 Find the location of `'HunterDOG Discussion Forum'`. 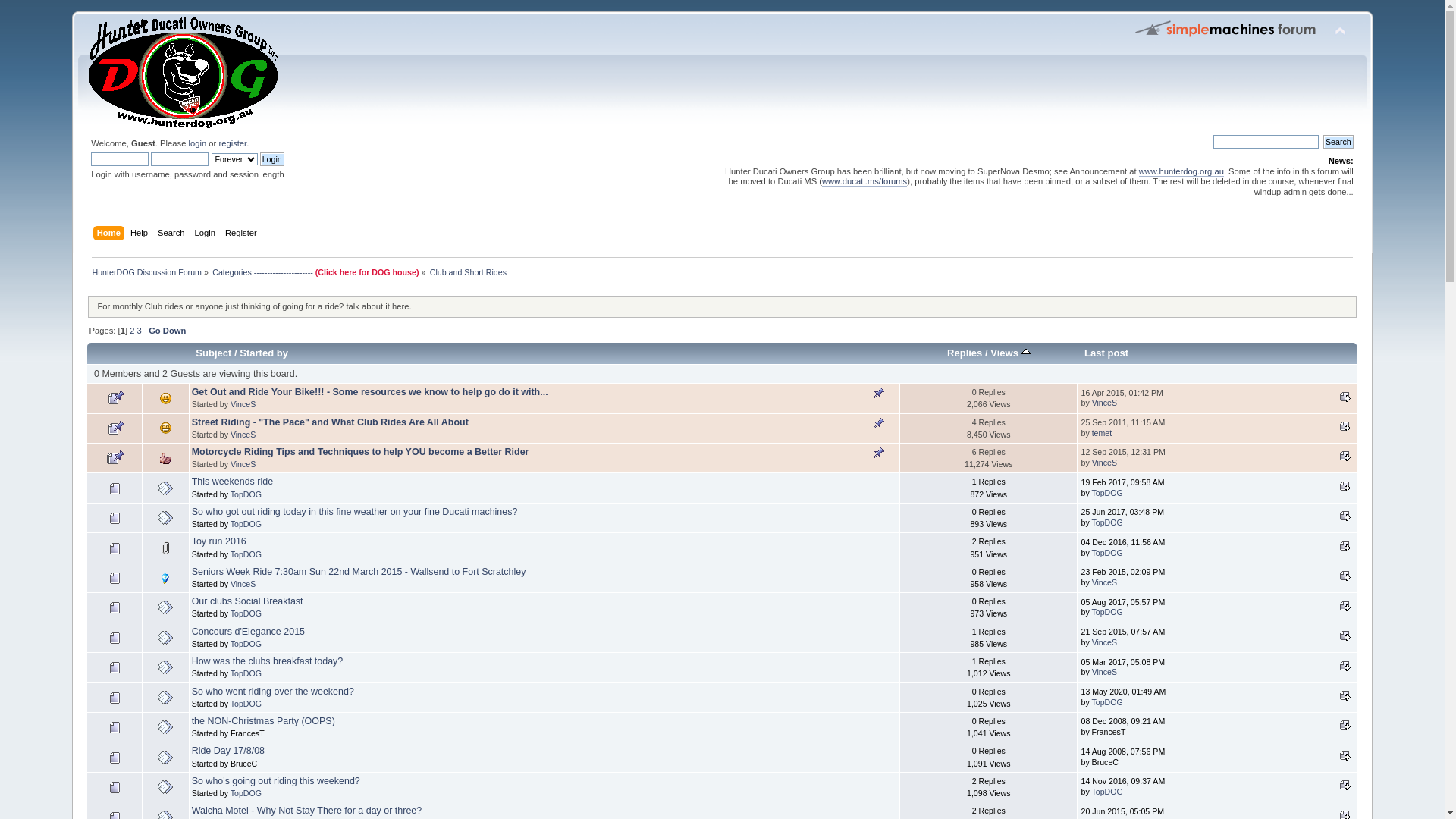

'HunterDOG Discussion Forum' is located at coordinates (146, 271).